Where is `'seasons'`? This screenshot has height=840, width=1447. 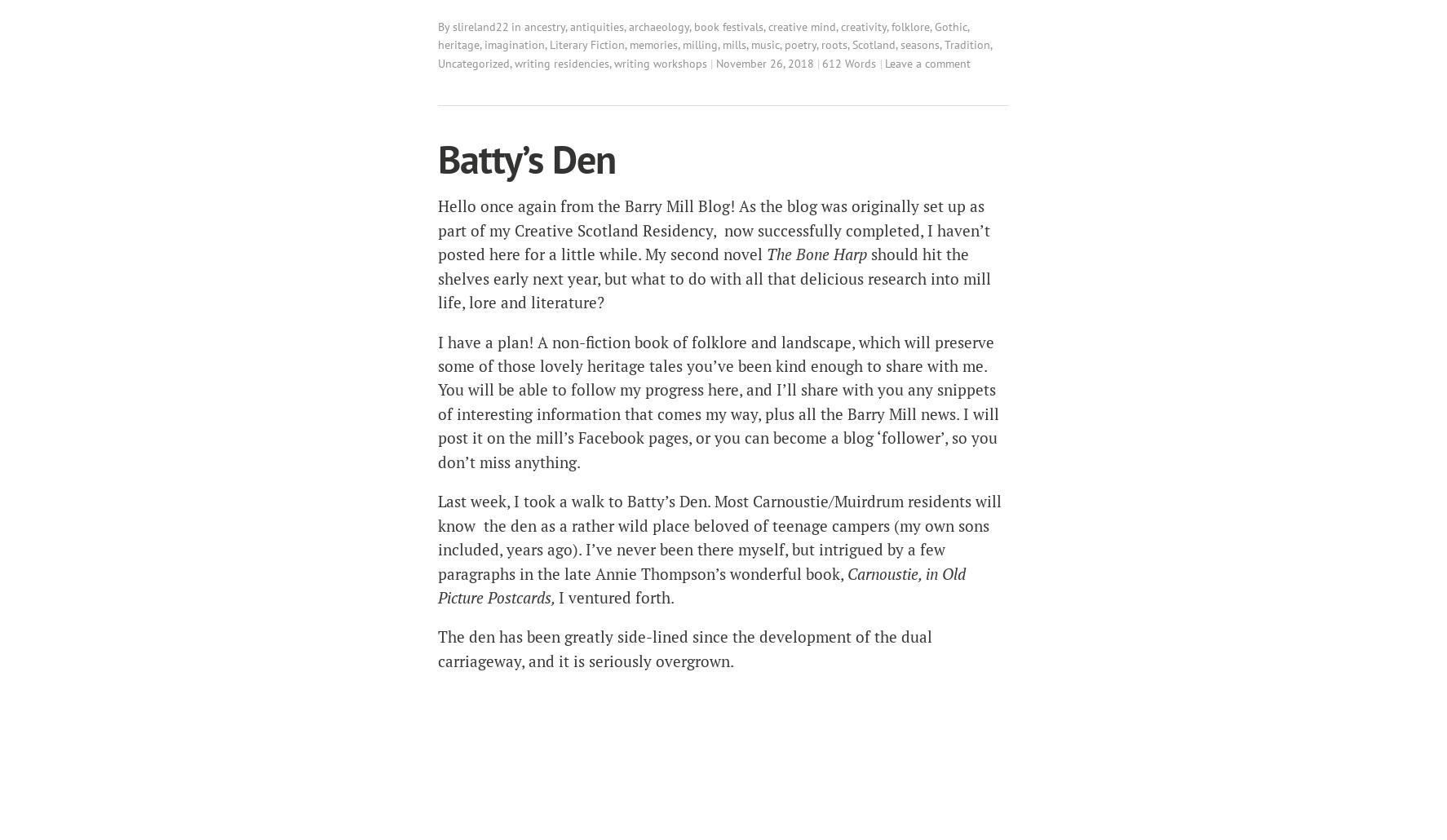 'seasons' is located at coordinates (919, 45).